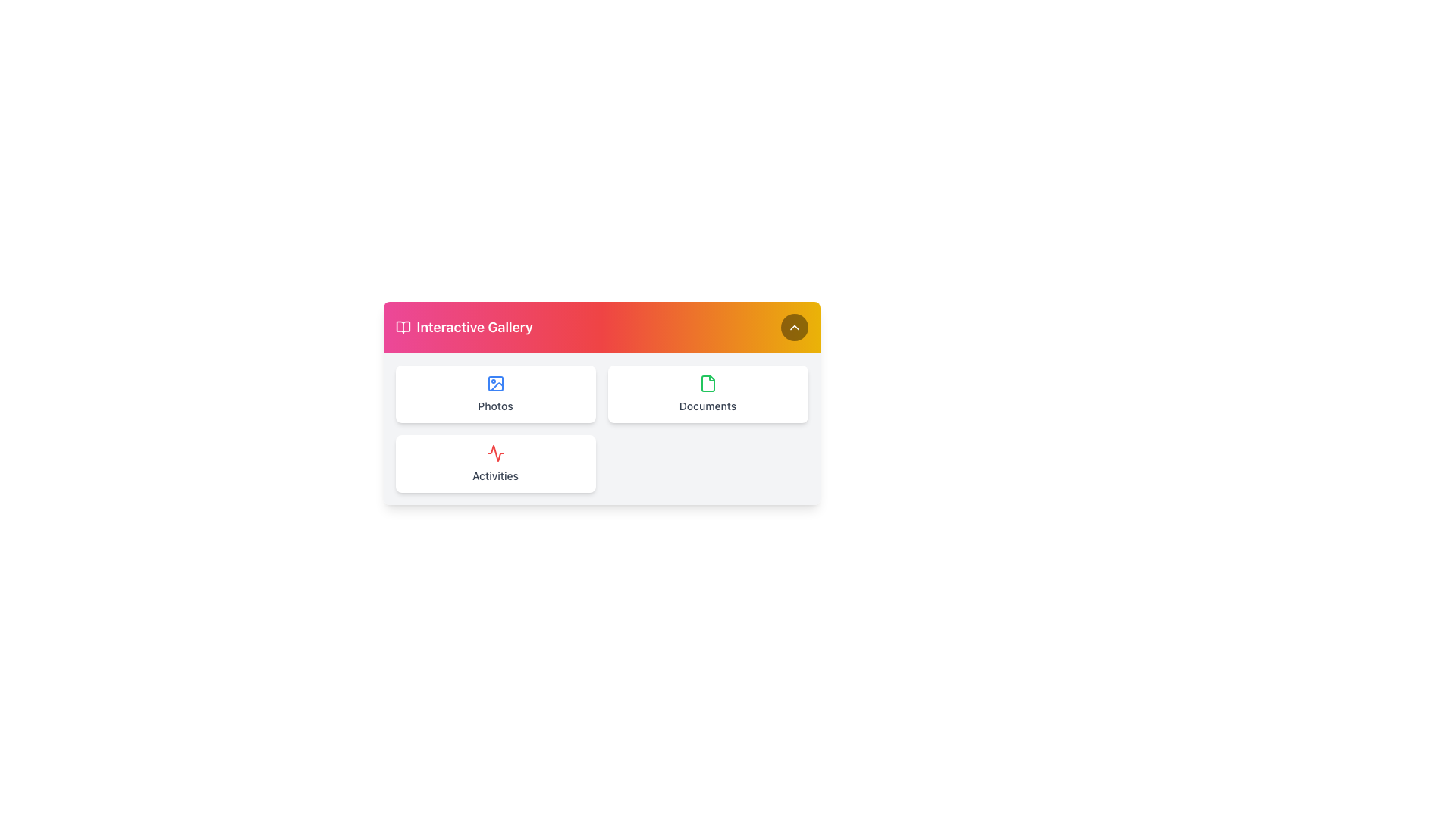 The width and height of the screenshot is (1456, 819). Describe the element at coordinates (495, 475) in the screenshot. I see `the 'Activities' text label located at the bottom of a rounded white panel, styled in gray with a small font and medium weight` at that location.